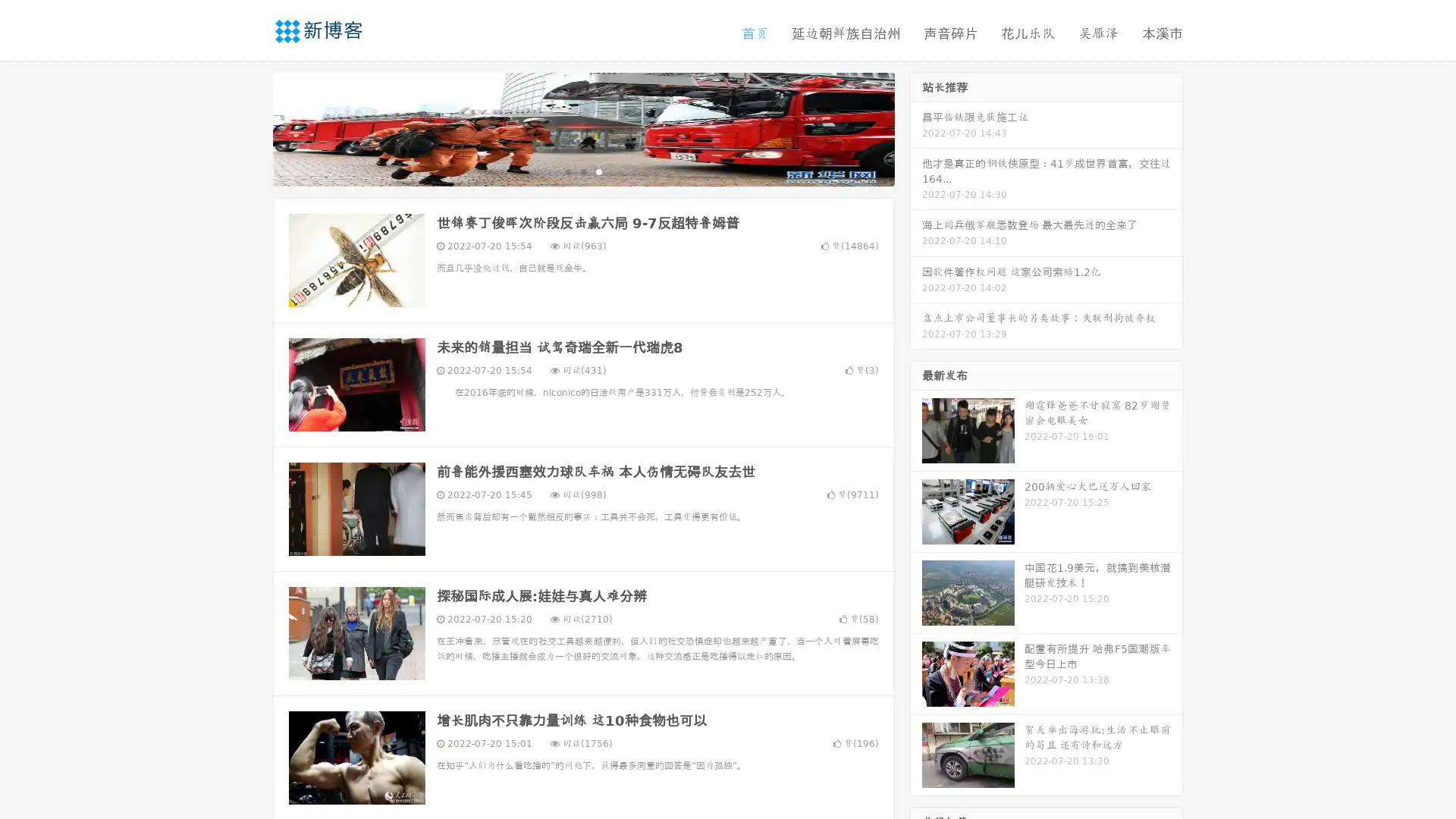  Describe the element at coordinates (250, 127) in the screenshot. I see `Previous slide` at that location.